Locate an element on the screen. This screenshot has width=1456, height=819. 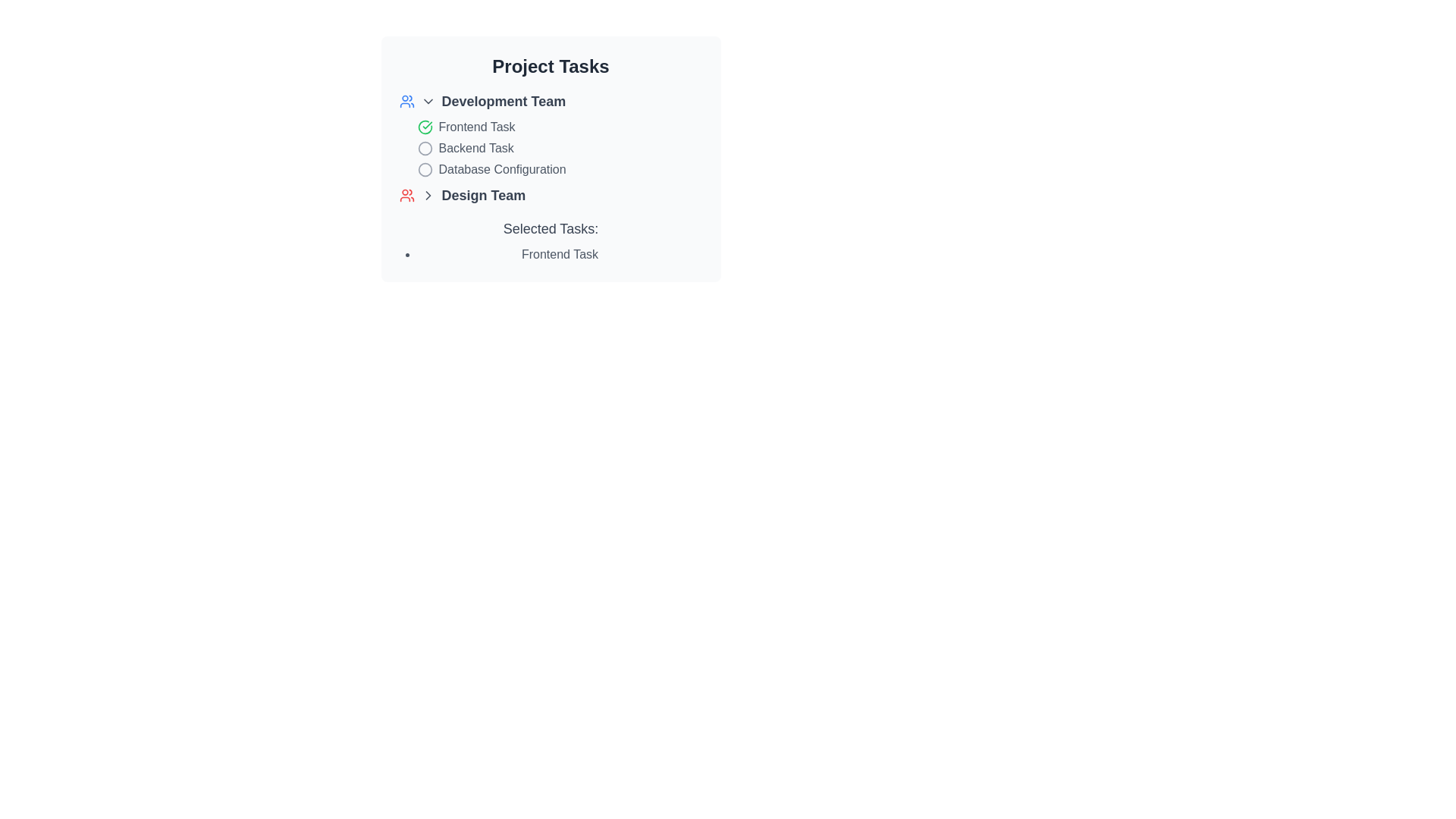
the downward-pointing chevron button next to the 'Development Team' text is located at coordinates (427, 102).